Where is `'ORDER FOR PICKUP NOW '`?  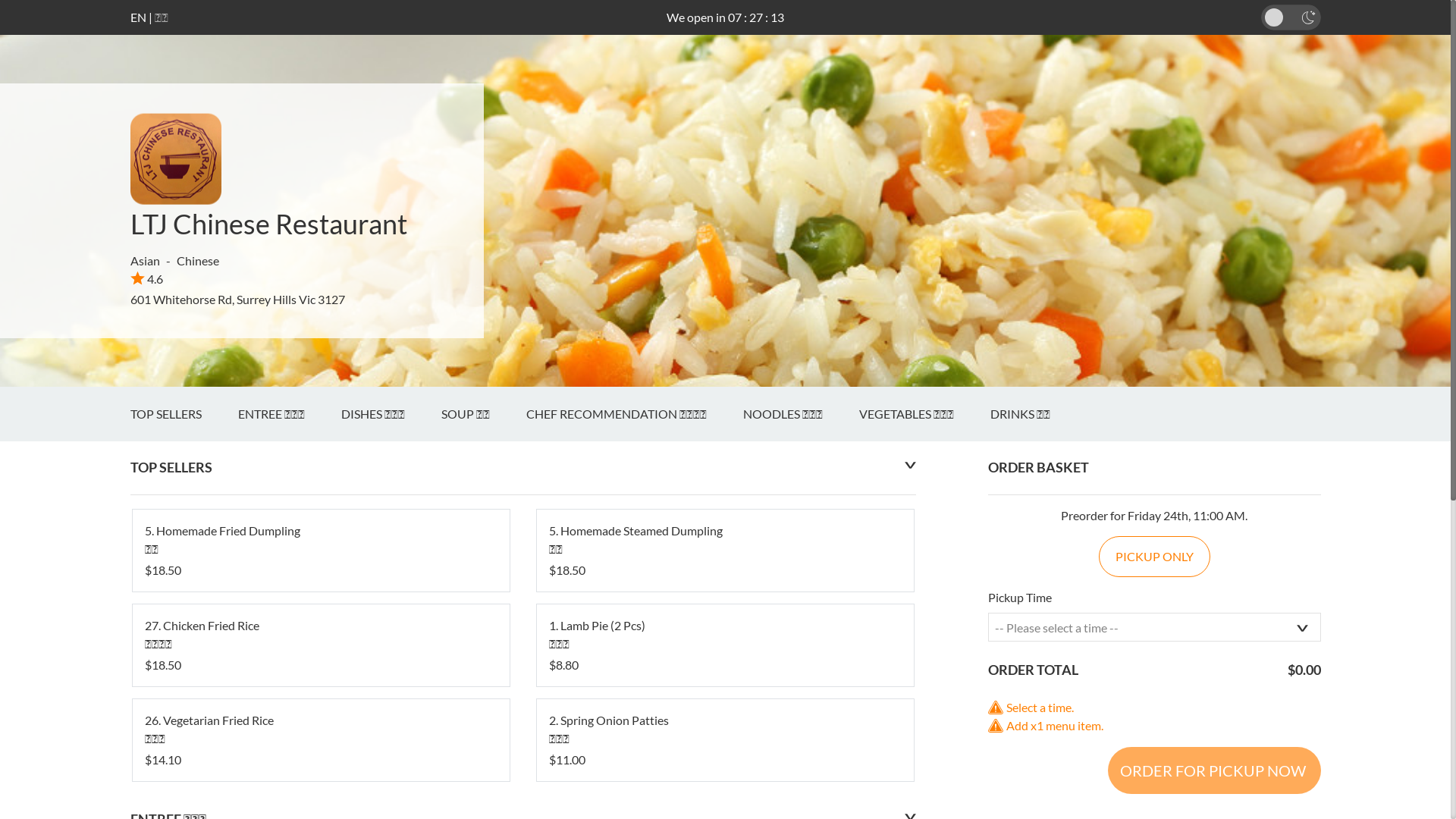 'ORDER FOR PICKUP NOW ' is located at coordinates (1213, 770).